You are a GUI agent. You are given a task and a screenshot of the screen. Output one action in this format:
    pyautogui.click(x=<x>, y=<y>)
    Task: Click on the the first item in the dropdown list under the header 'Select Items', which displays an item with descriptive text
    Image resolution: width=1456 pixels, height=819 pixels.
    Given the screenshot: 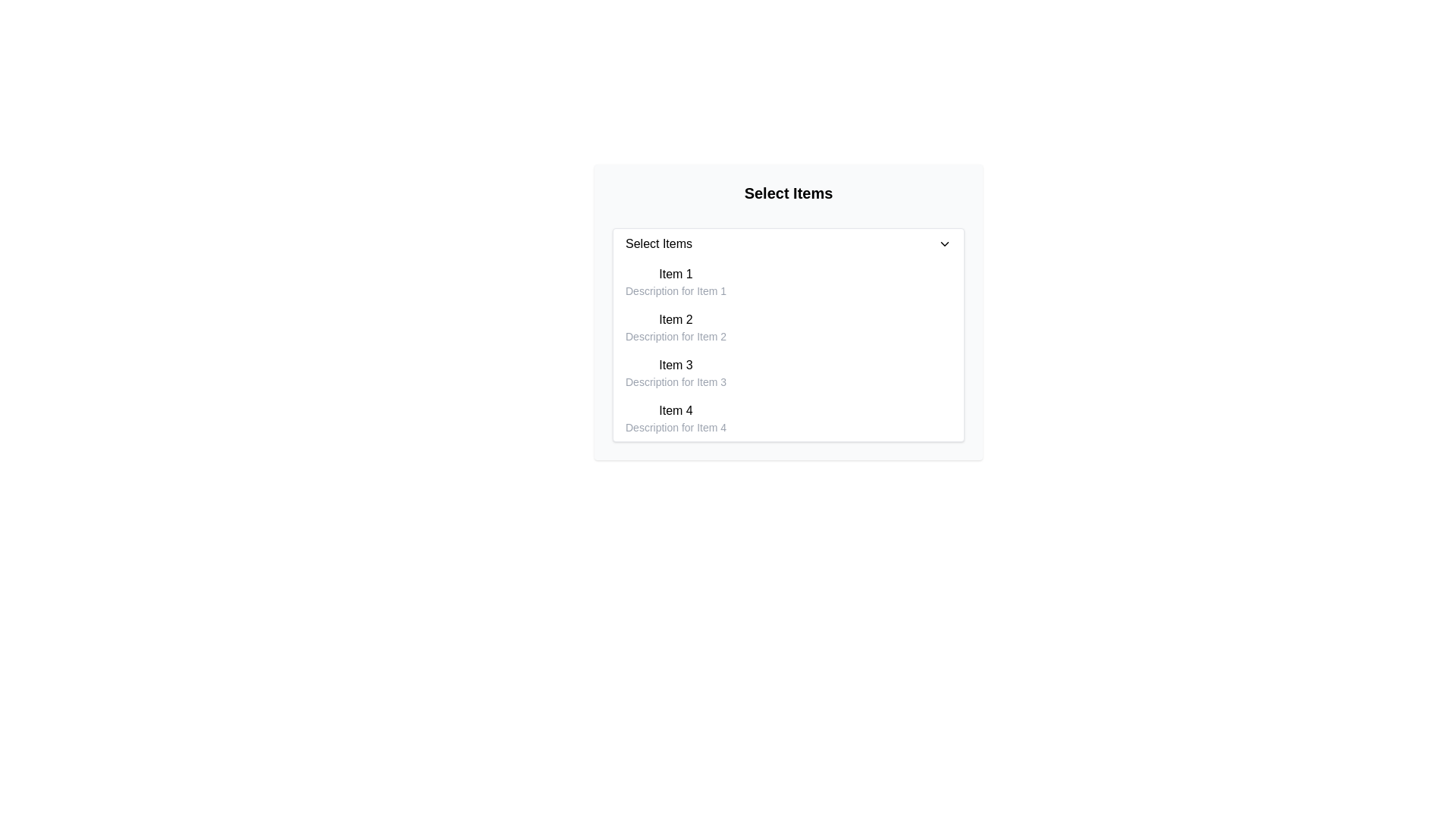 What is the action you would take?
    pyautogui.click(x=675, y=281)
    